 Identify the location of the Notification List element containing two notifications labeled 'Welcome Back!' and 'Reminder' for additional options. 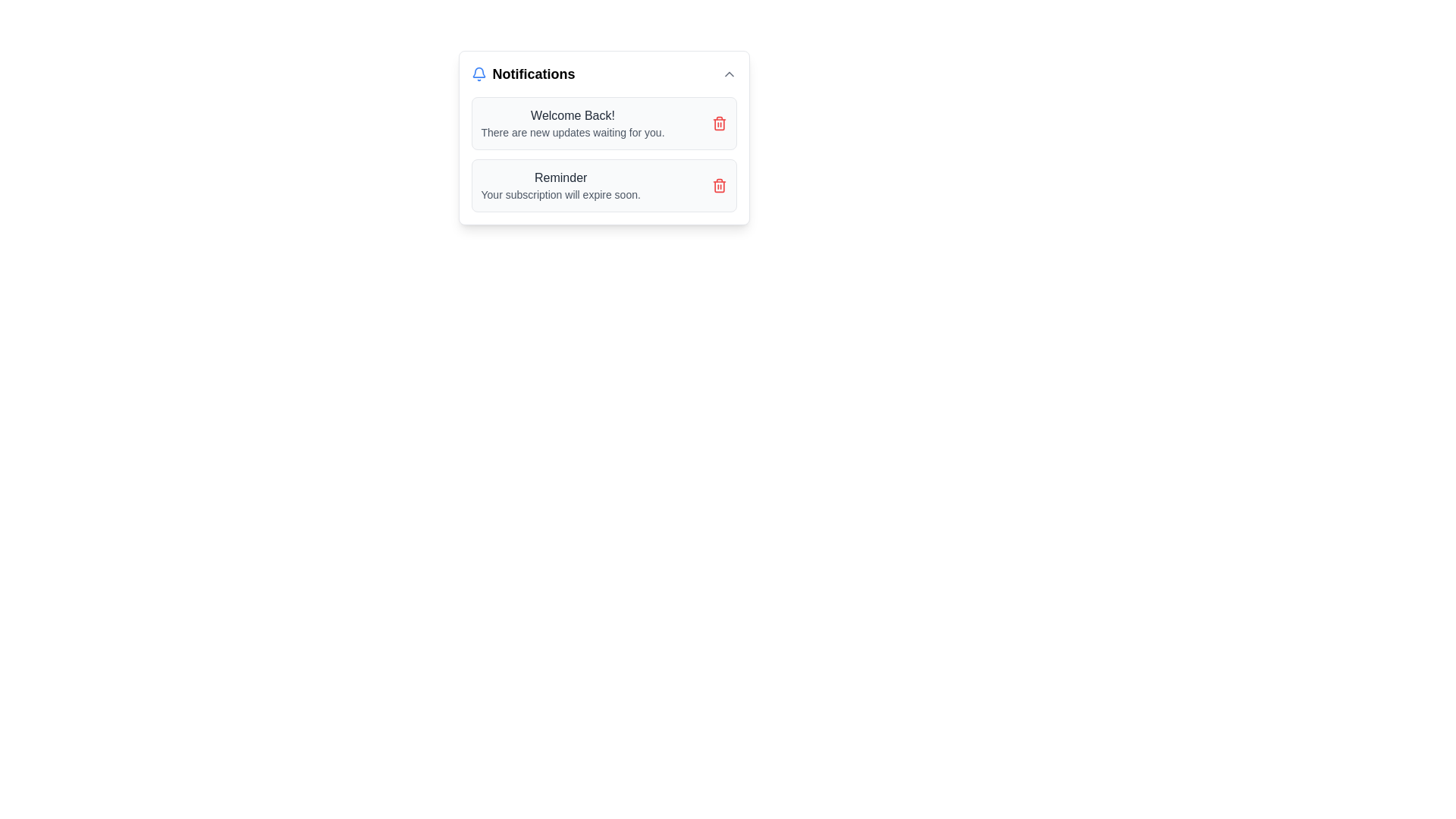
(603, 155).